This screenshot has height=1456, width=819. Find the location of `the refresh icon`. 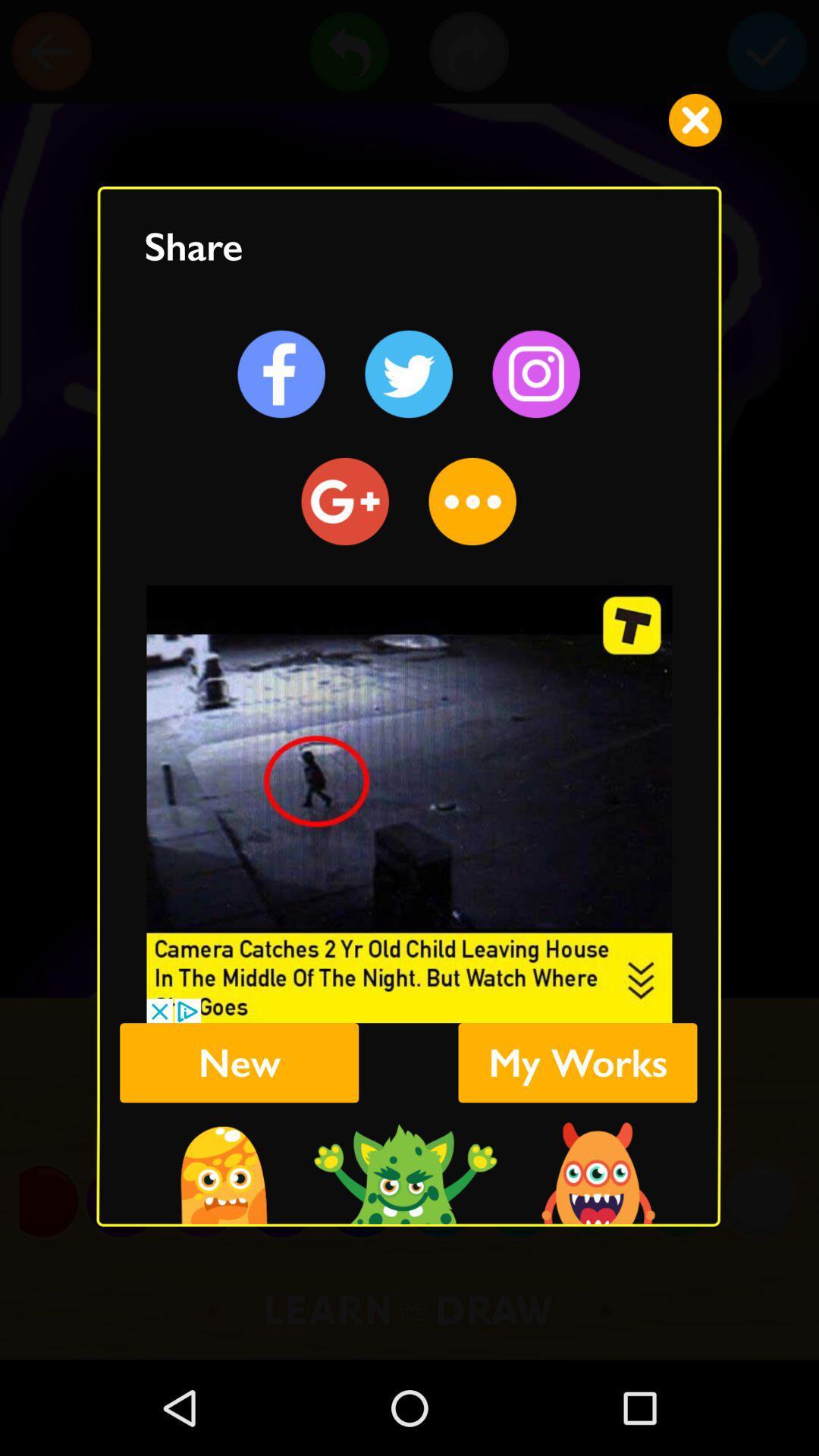

the refresh icon is located at coordinates (345, 501).